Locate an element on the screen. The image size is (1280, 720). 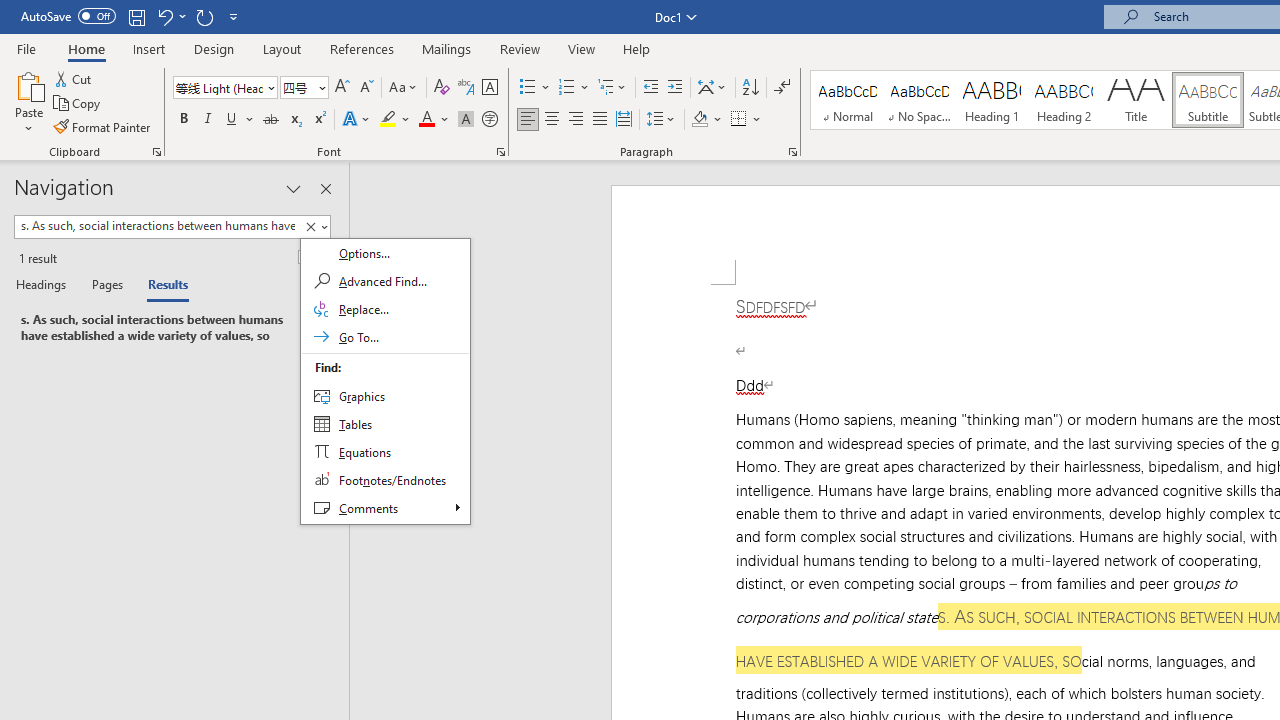
'Copy' is located at coordinates (78, 103).